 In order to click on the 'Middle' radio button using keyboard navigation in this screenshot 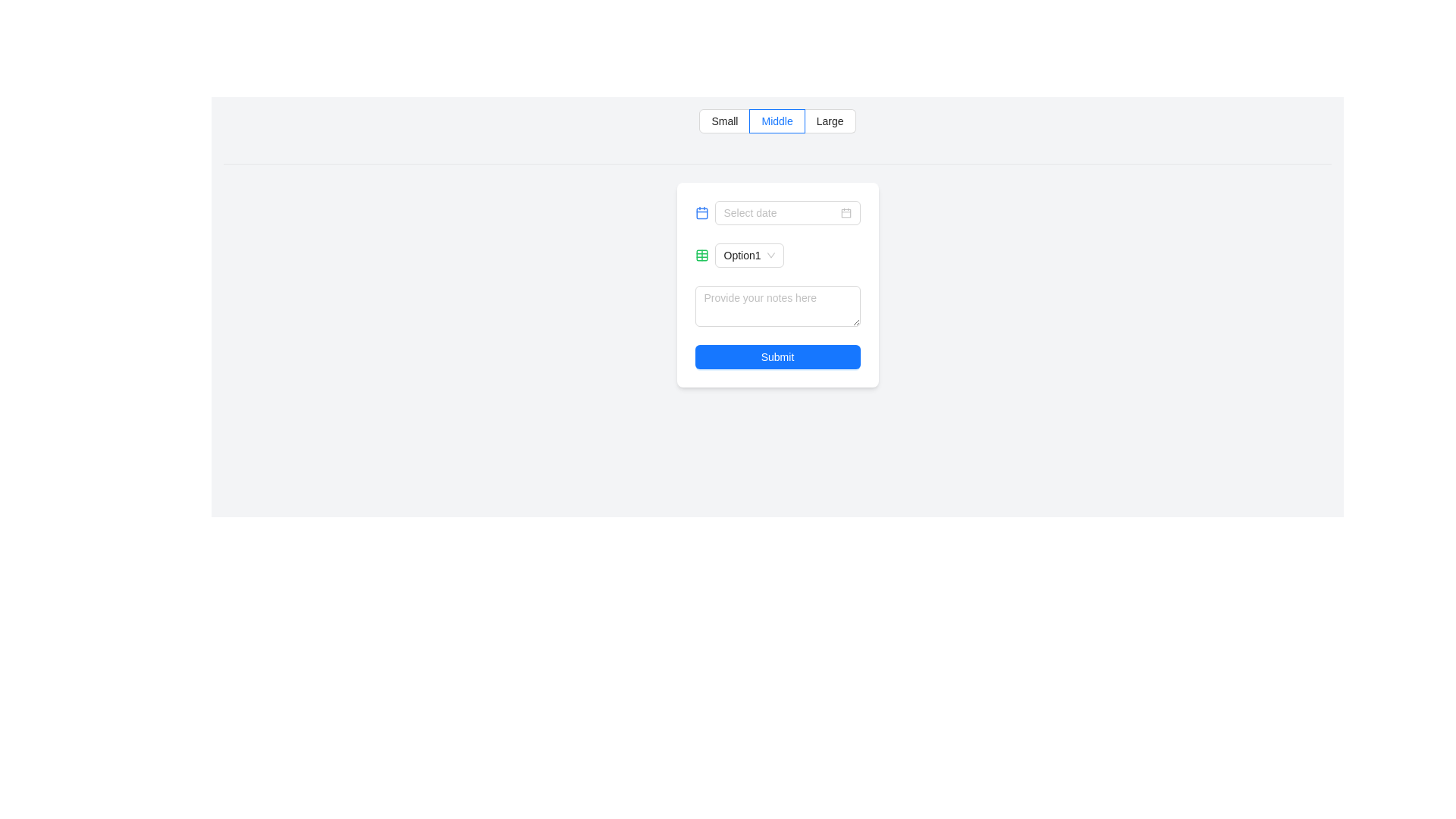, I will do `click(777, 120)`.